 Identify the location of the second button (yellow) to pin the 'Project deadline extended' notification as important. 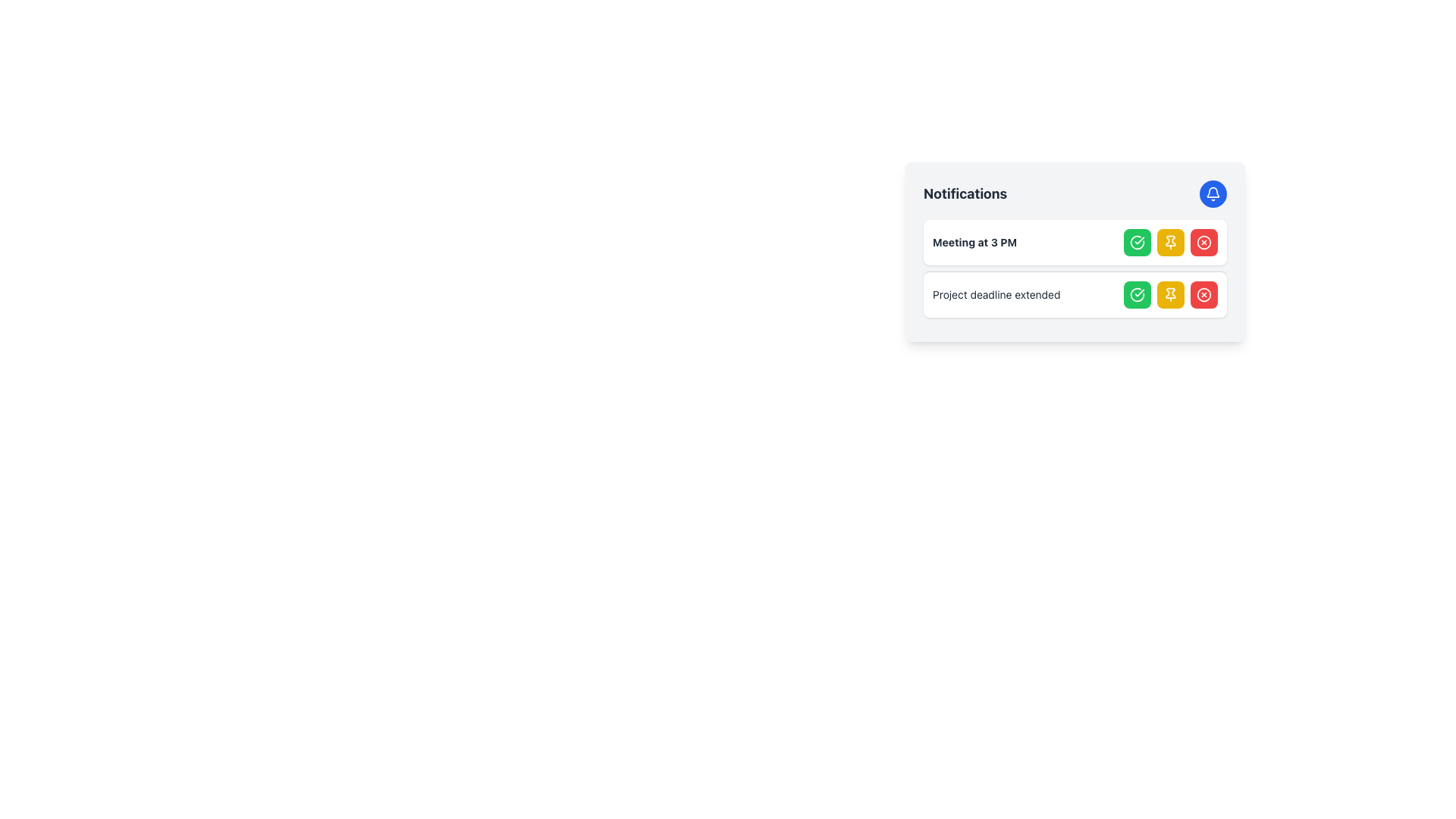
(1170, 295).